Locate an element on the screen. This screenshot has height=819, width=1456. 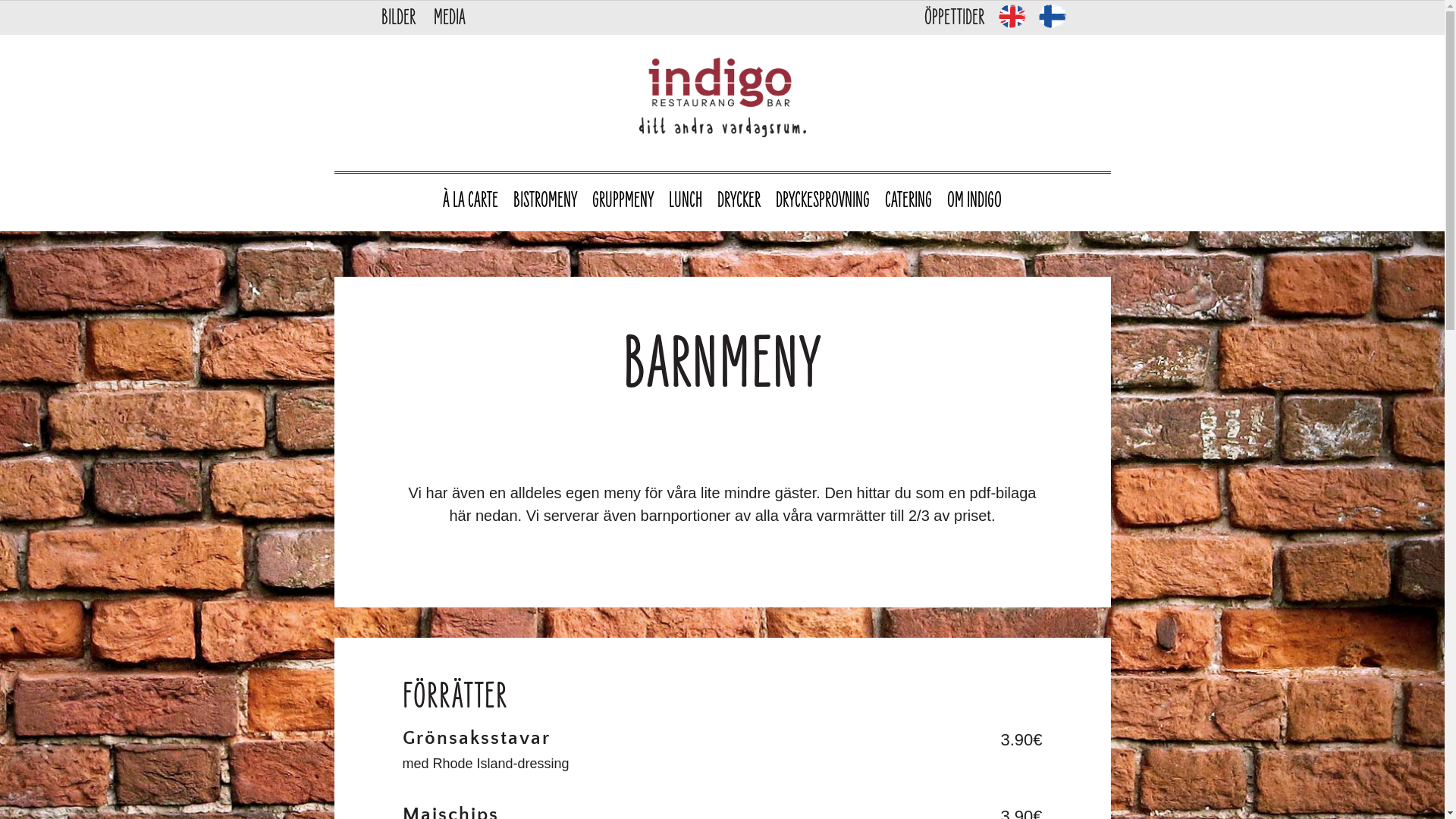
'LUNCH' is located at coordinates (684, 201).